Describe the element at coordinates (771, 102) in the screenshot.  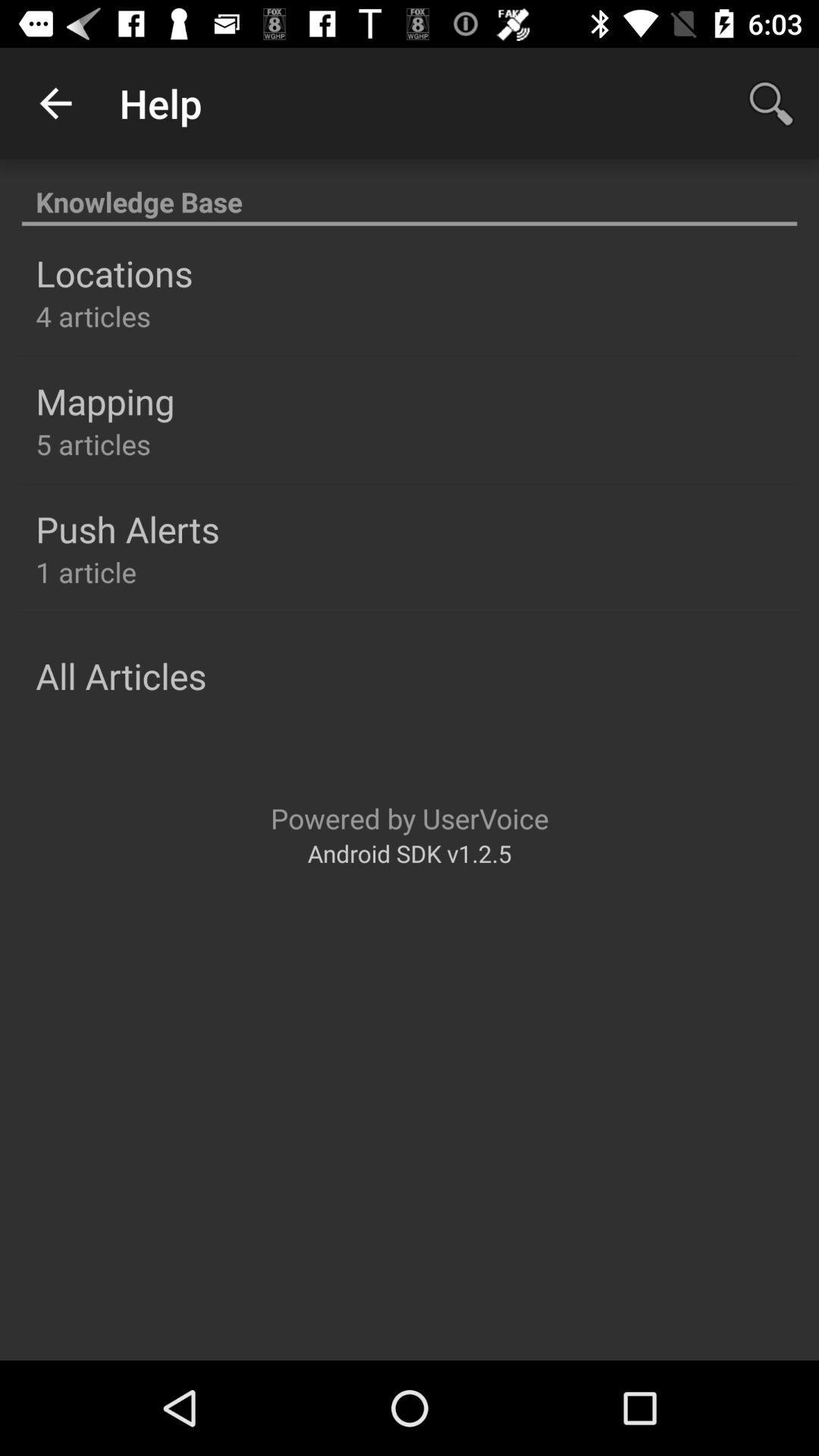
I see `the app to the right of help icon` at that location.